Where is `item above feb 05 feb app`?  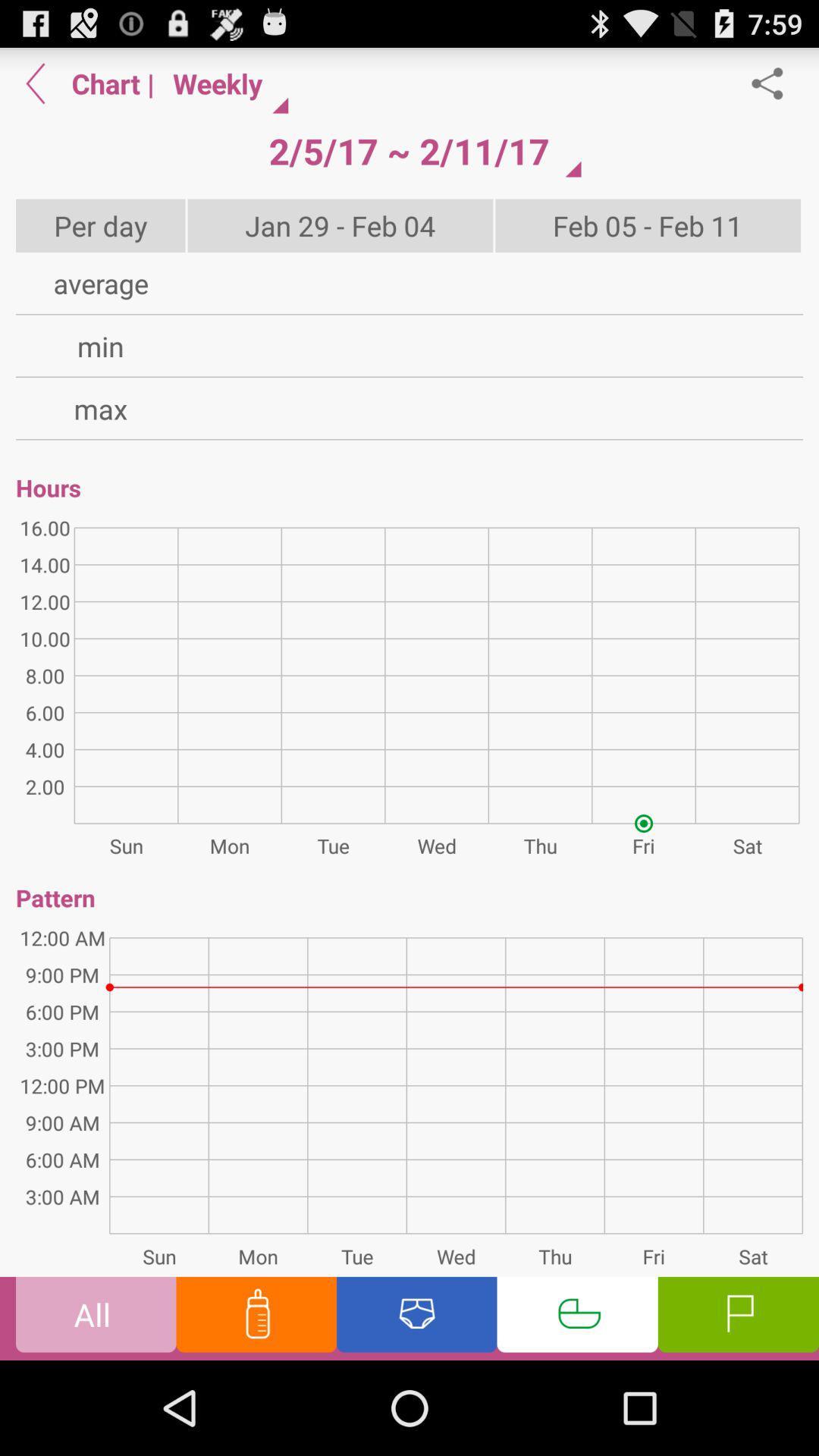
item above feb 05 feb app is located at coordinates (775, 83).